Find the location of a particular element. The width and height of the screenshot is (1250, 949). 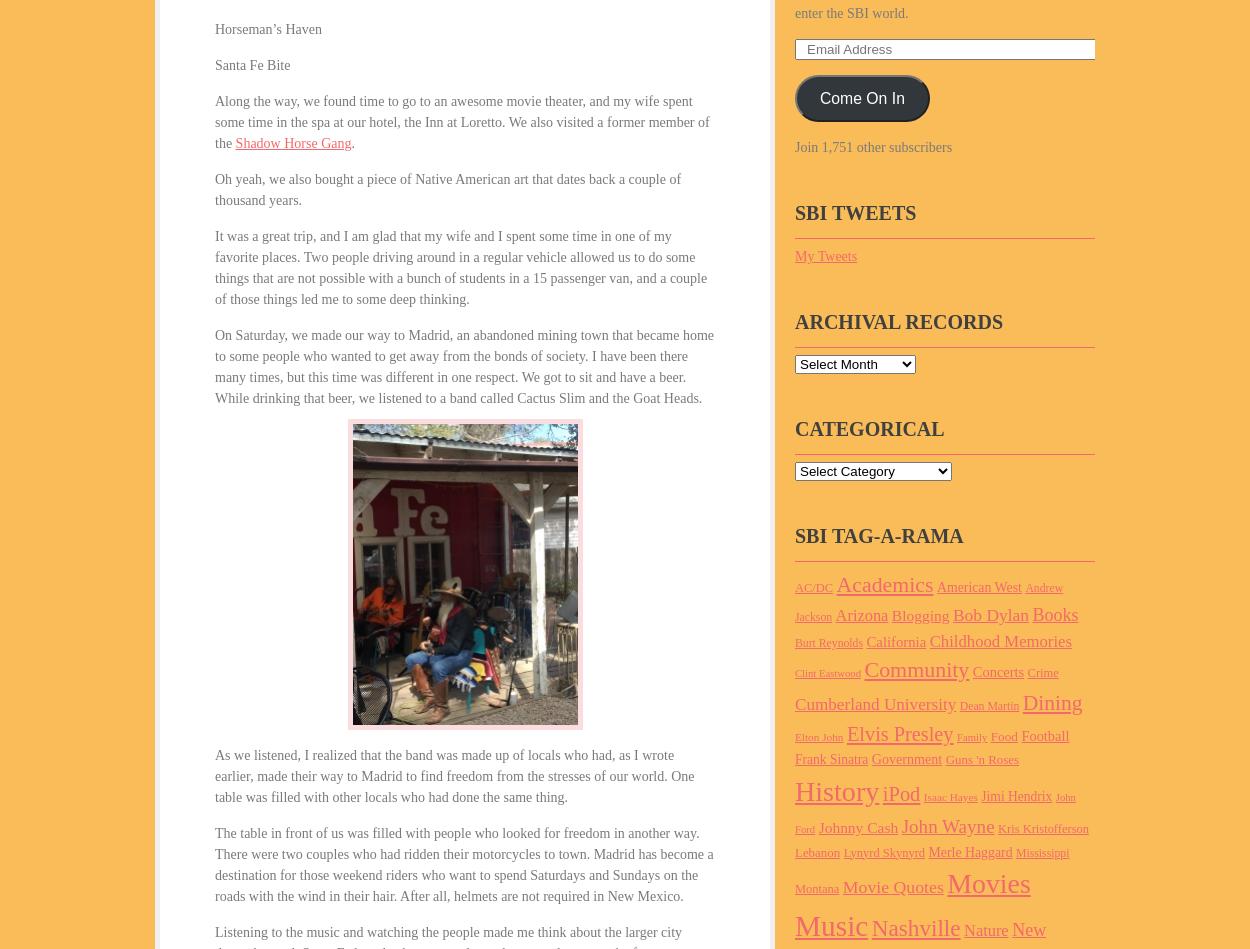

'SBI Tag-a-Rama' is located at coordinates (879, 534).